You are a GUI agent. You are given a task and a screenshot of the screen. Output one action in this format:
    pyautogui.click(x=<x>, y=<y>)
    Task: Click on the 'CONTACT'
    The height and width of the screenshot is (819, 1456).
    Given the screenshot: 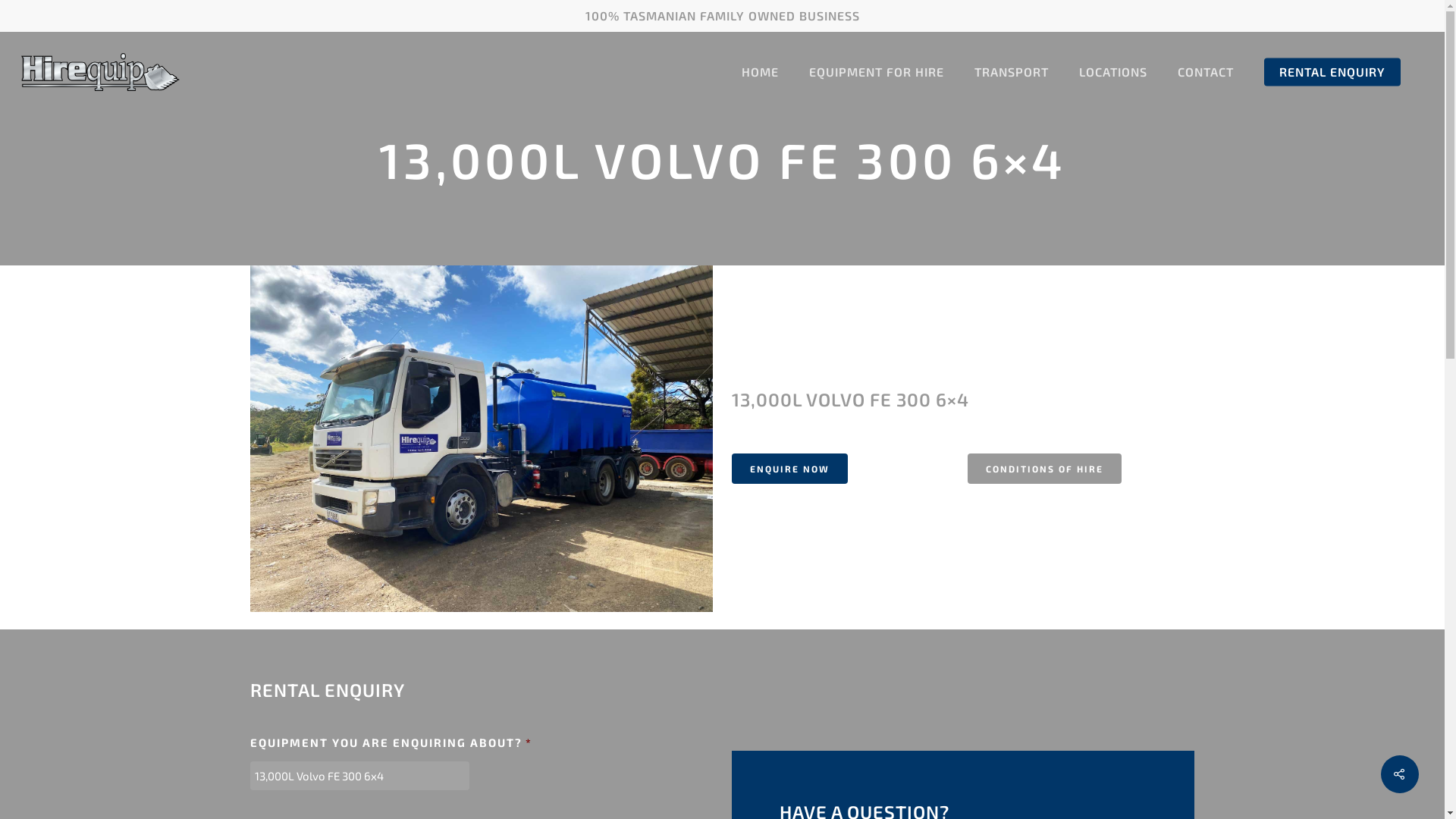 What is the action you would take?
    pyautogui.click(x=1204, y=72)
    